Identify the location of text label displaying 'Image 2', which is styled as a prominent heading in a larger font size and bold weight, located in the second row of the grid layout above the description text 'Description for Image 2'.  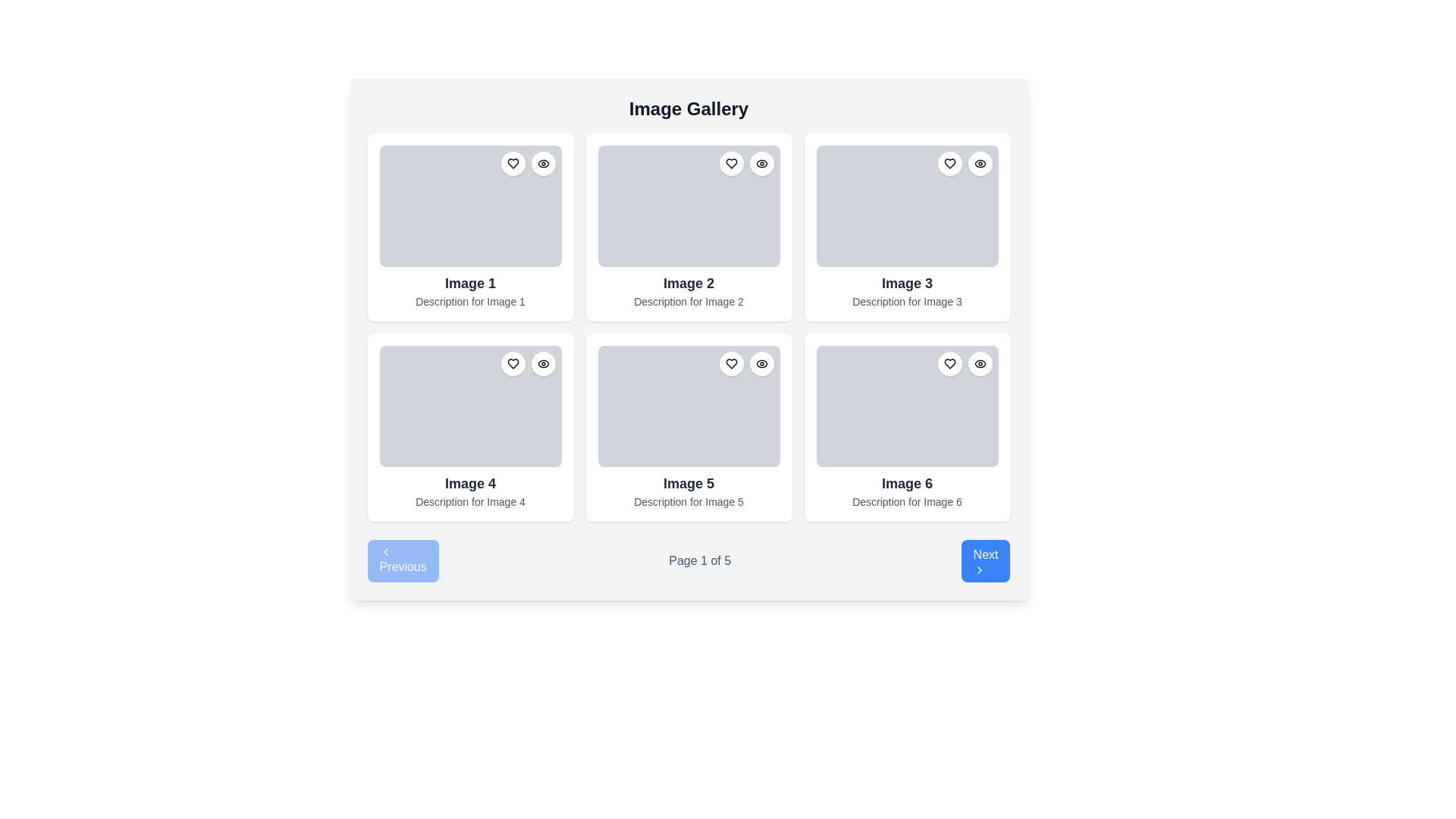
(688, 284).